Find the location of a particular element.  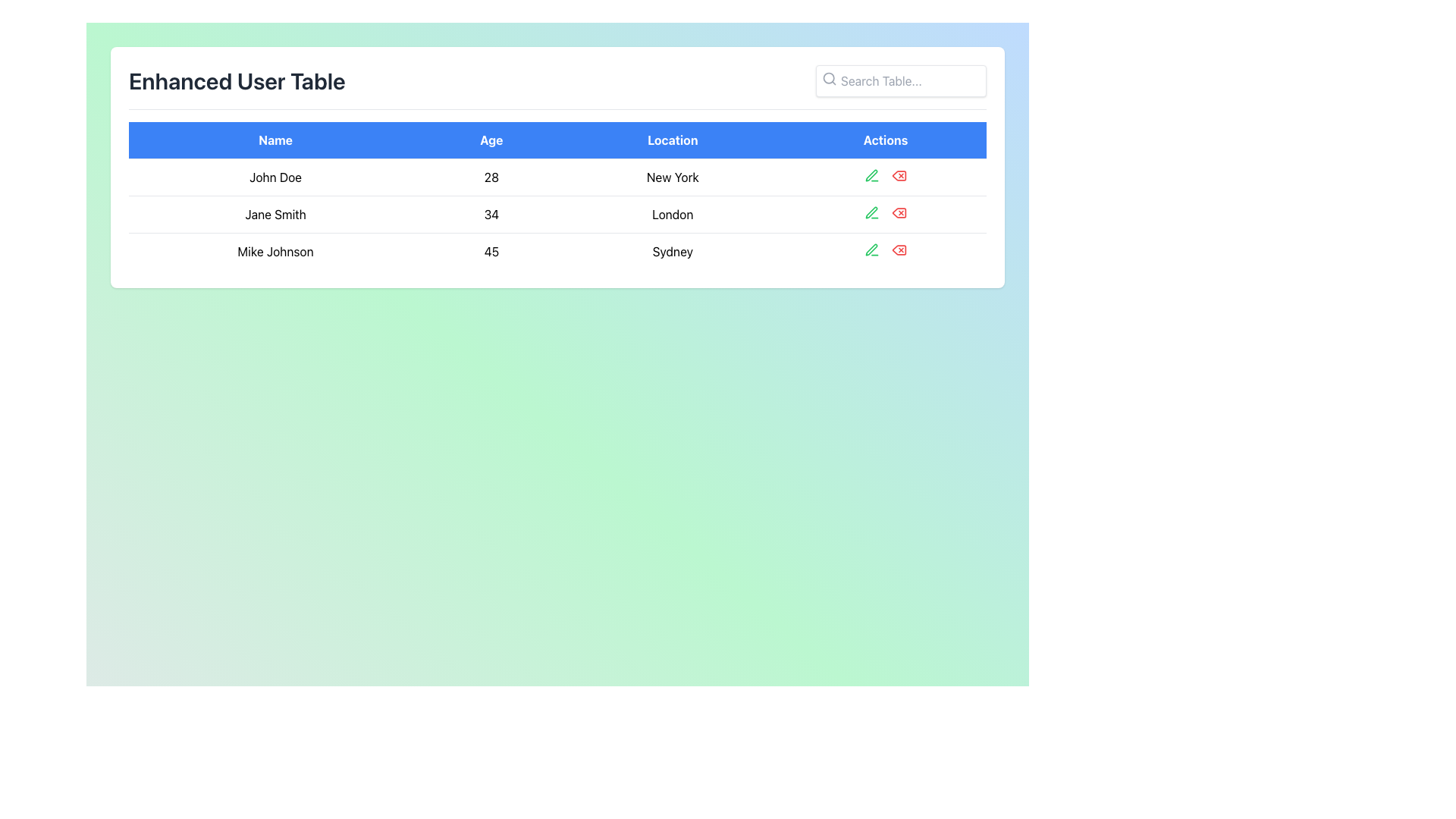

the control group for user 'Mike Johnson' located in the 'Actions' column of the third row from the top is located at coordinates (885, 249).